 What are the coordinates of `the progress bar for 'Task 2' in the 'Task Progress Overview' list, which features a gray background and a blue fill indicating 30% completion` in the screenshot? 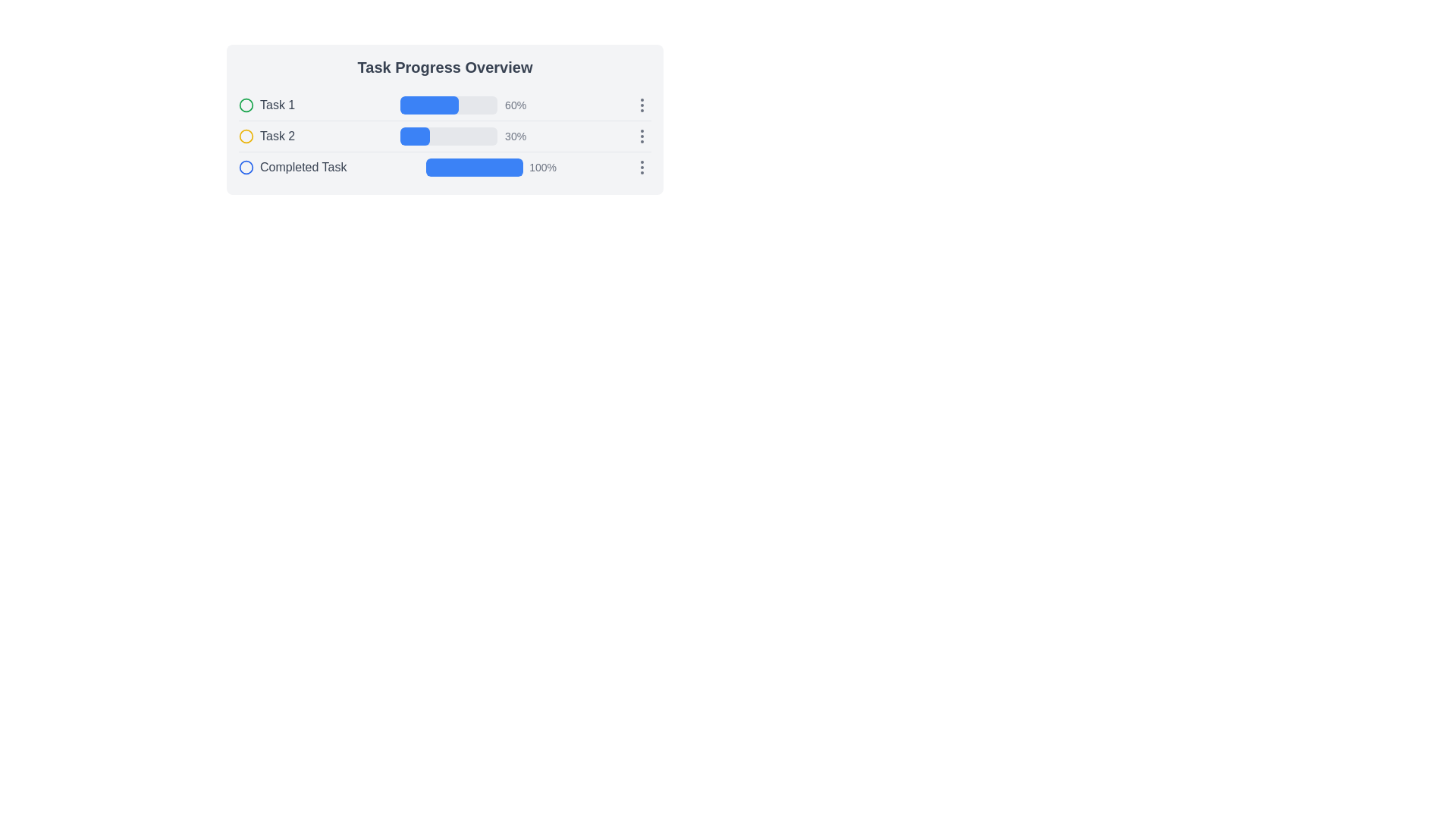 It's located at (448, 136).